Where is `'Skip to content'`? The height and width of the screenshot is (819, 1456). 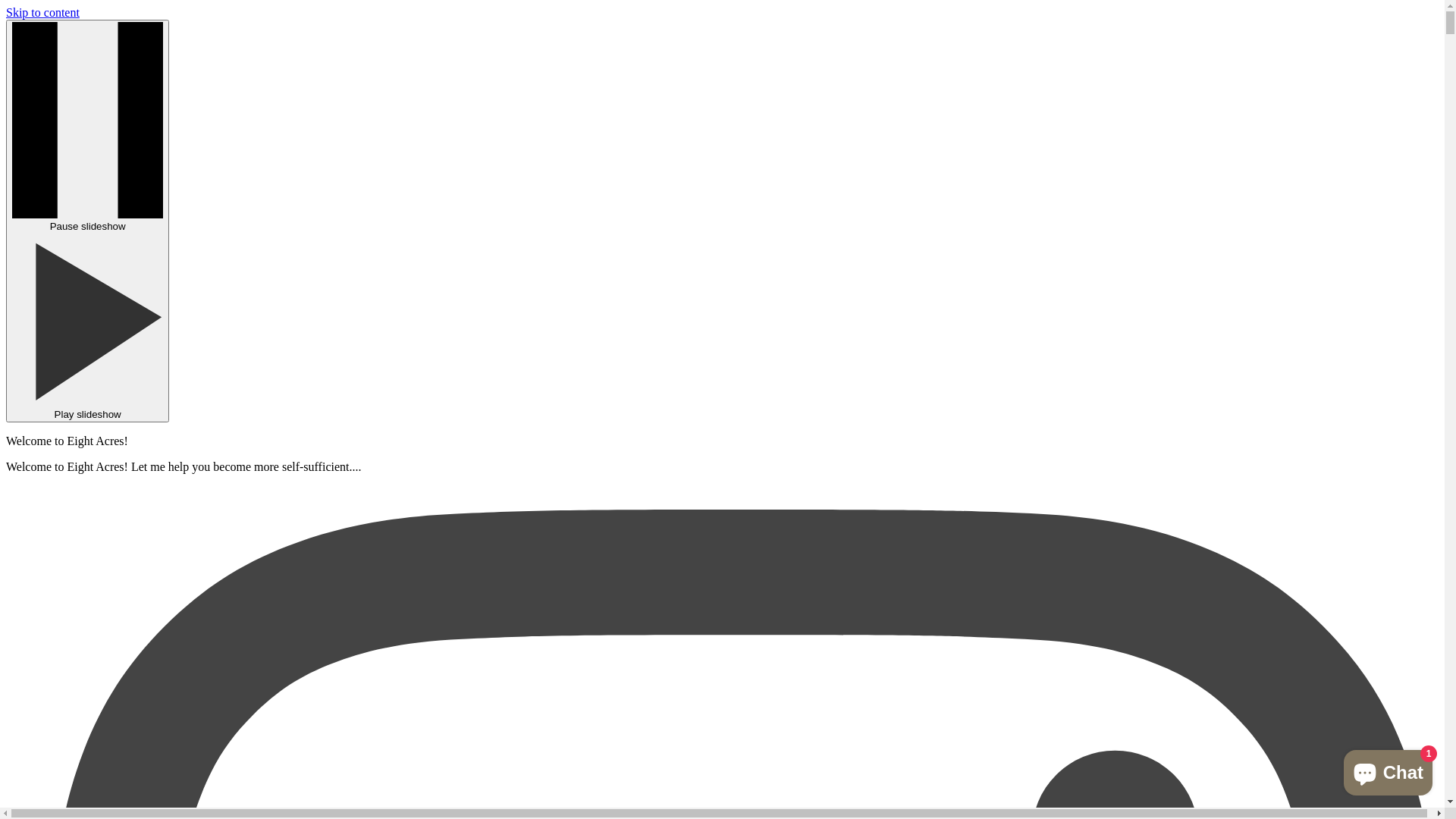
'Skip to content' is located at coordinates (6, 12).